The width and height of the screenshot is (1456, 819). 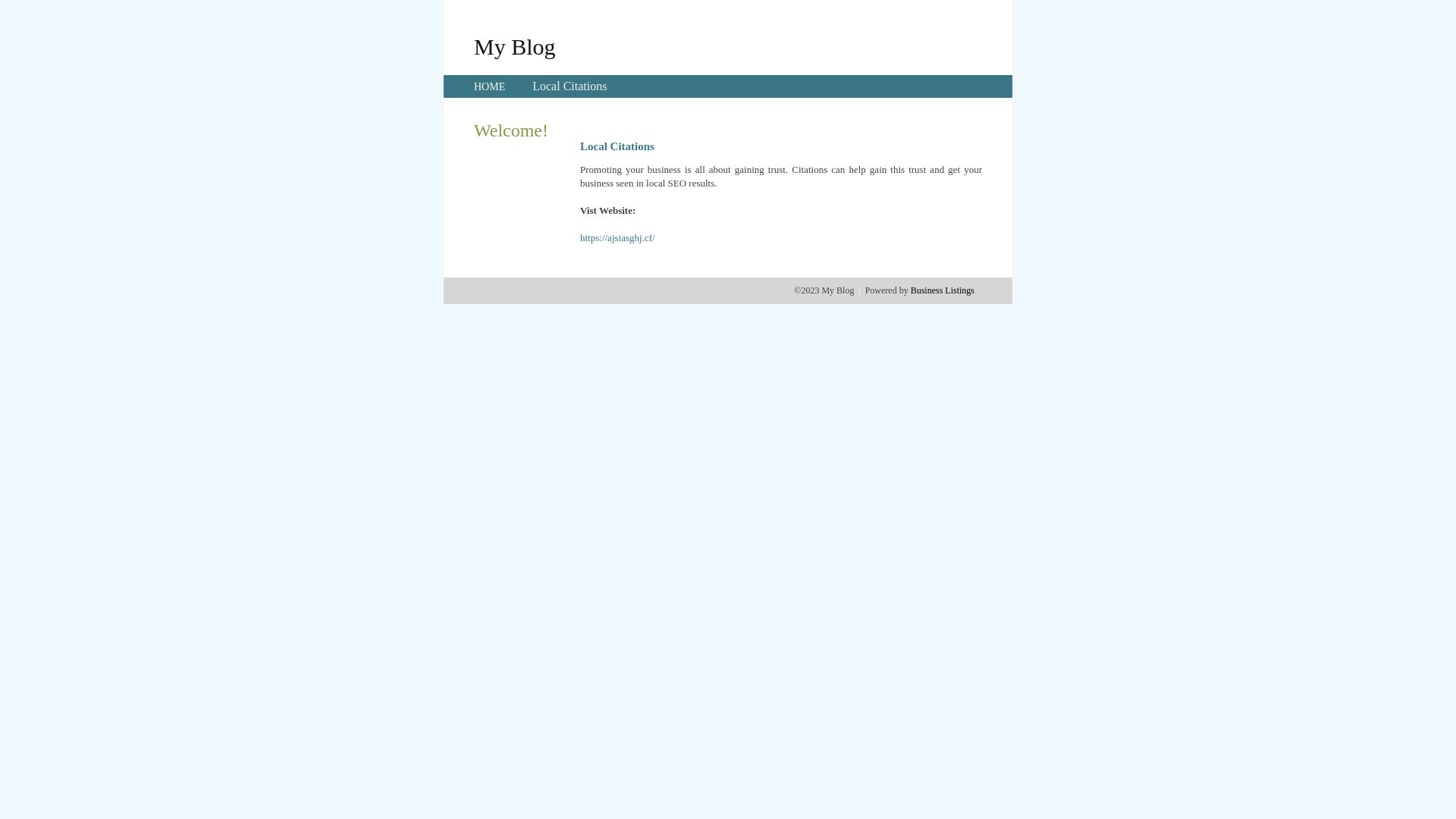 What do you see at coordinates (617, 237) in the screenshot?
I see `'https://ajsiasghj.cf/'` at bounding box center [617, 237].